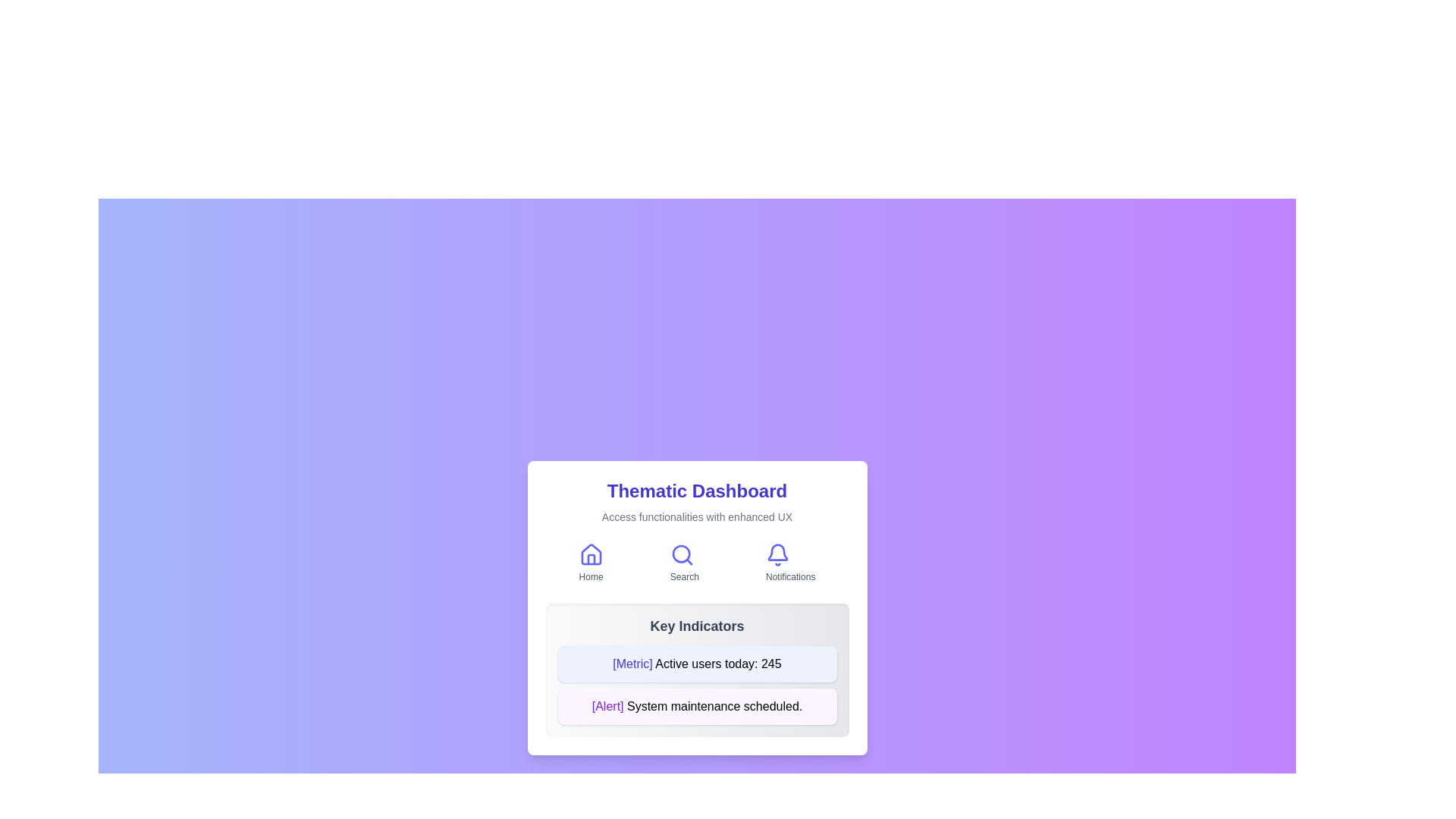 The height and width of the screenshot is (819, 1456). What do you see at coordinates (696, 663) in the screenshot?
I see `the first notification box in the 'Key Indicators' section, which has a light indigo background and contains the label '[Metric]' and the text 'Active users today: 245'` at bounding box center [696, 663].